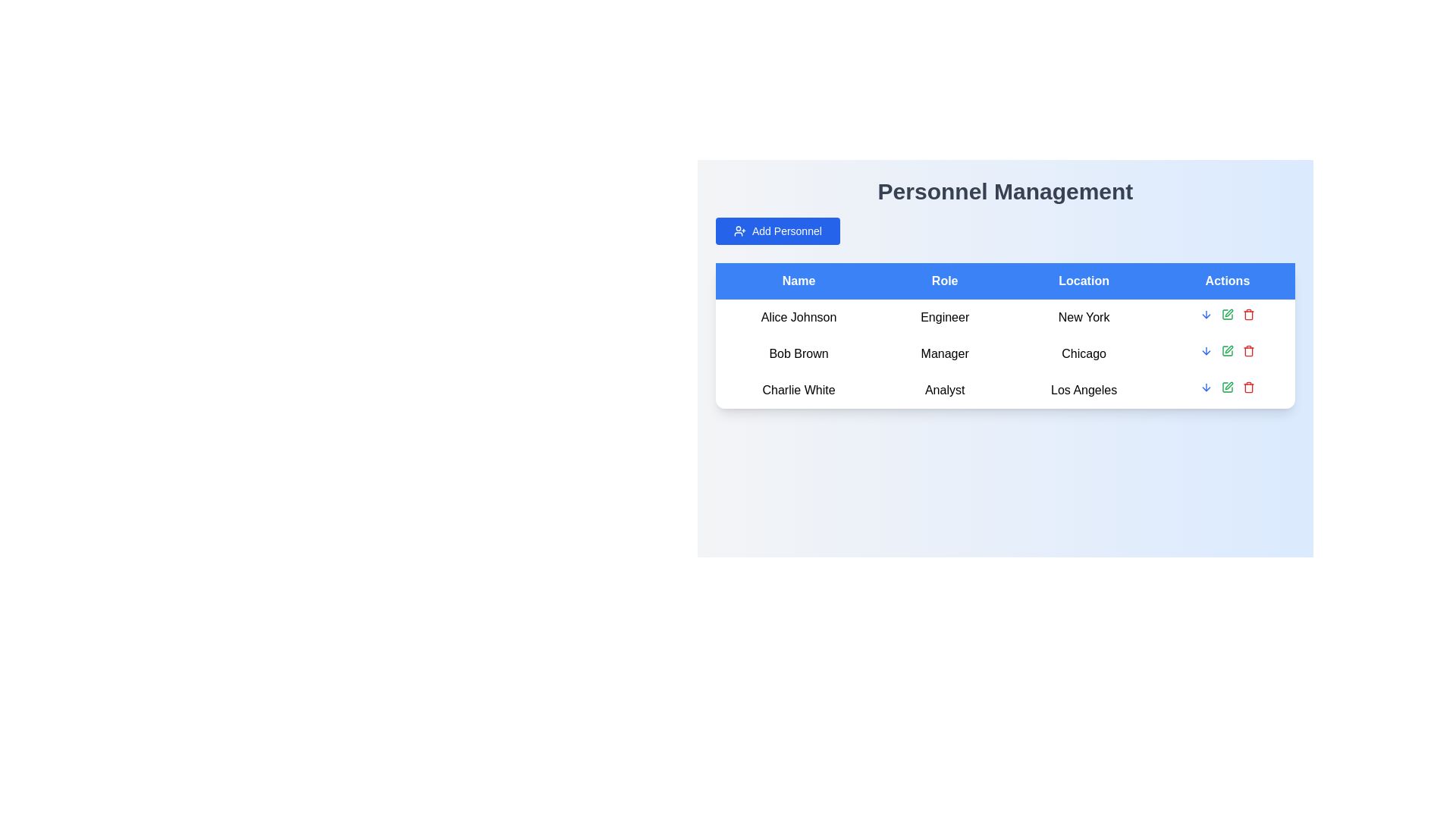  What do you see at coordinates (1005, 353) in the screenshot?
I see `the cells in the table row displaying information about the individual named 'Bob Brown', located in the second row under 'Personnel Management'` at bounding box center [1005, 353].